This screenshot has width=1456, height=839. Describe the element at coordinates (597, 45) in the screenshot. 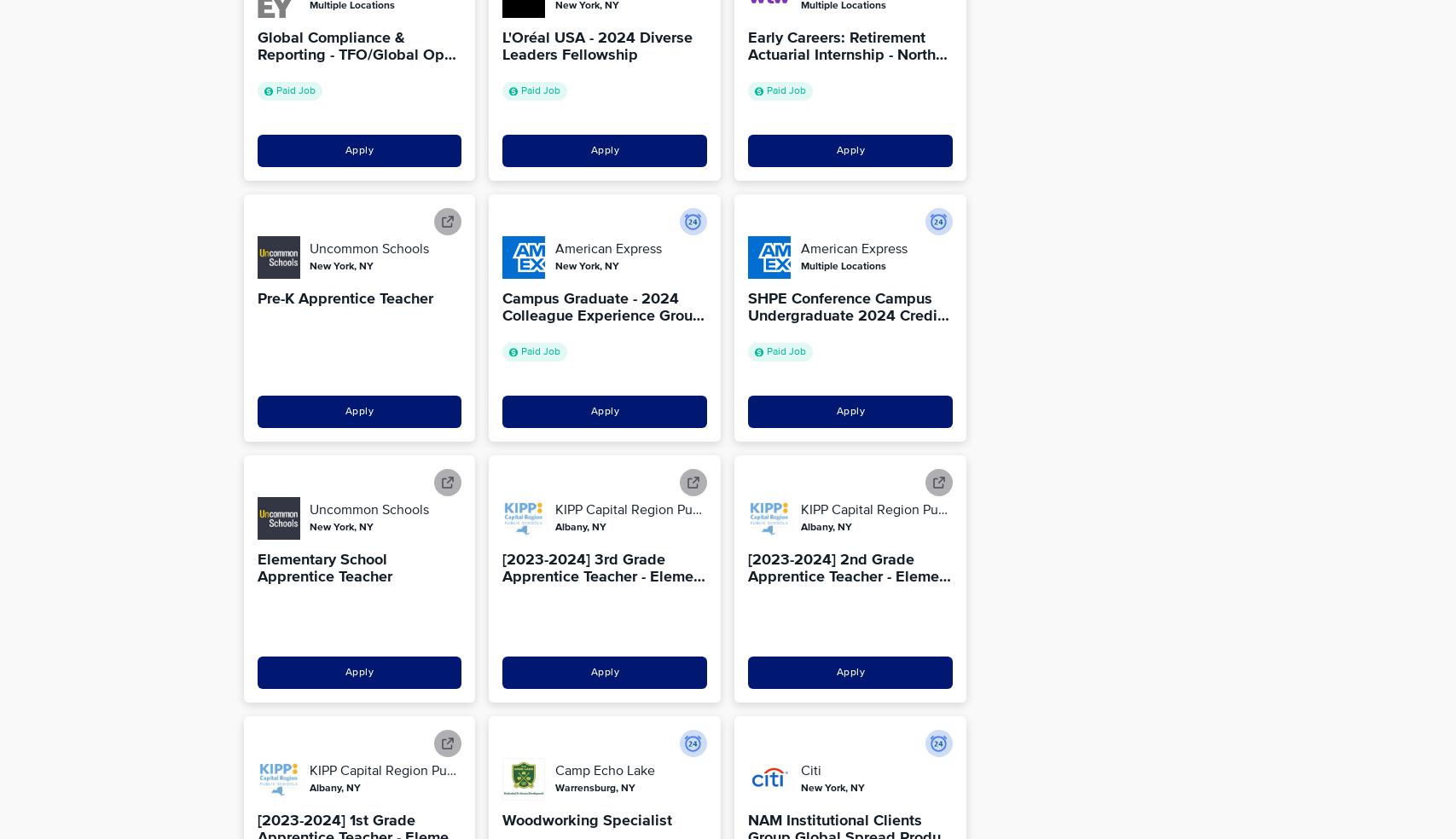

I see `'L'Oréal USA - 2024 Diverse Leaders Fellowship'` at that location.